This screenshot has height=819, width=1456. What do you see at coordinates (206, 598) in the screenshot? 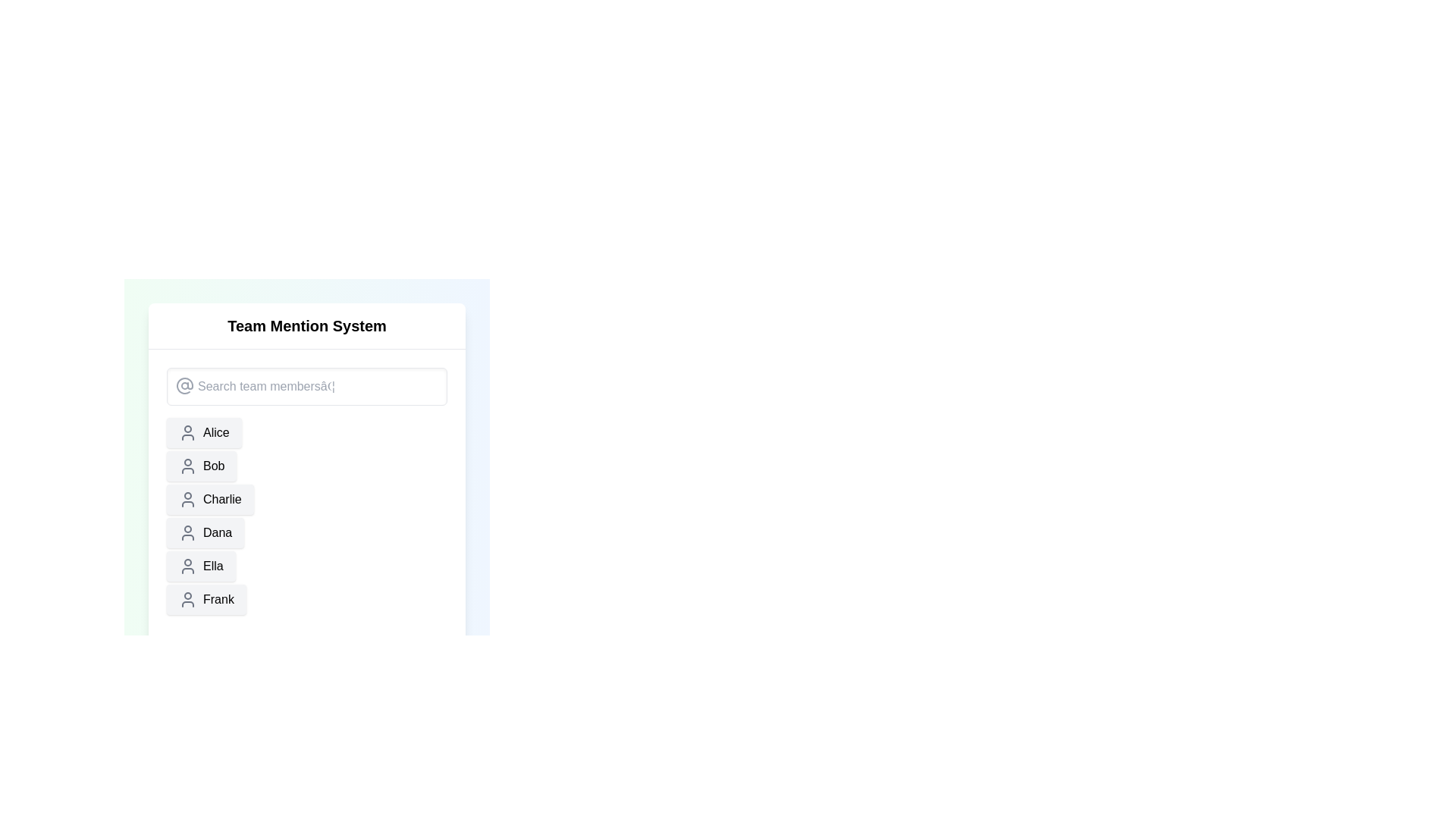
I see `the button representing the user 'Frank'` at bounding box center [206, 598].